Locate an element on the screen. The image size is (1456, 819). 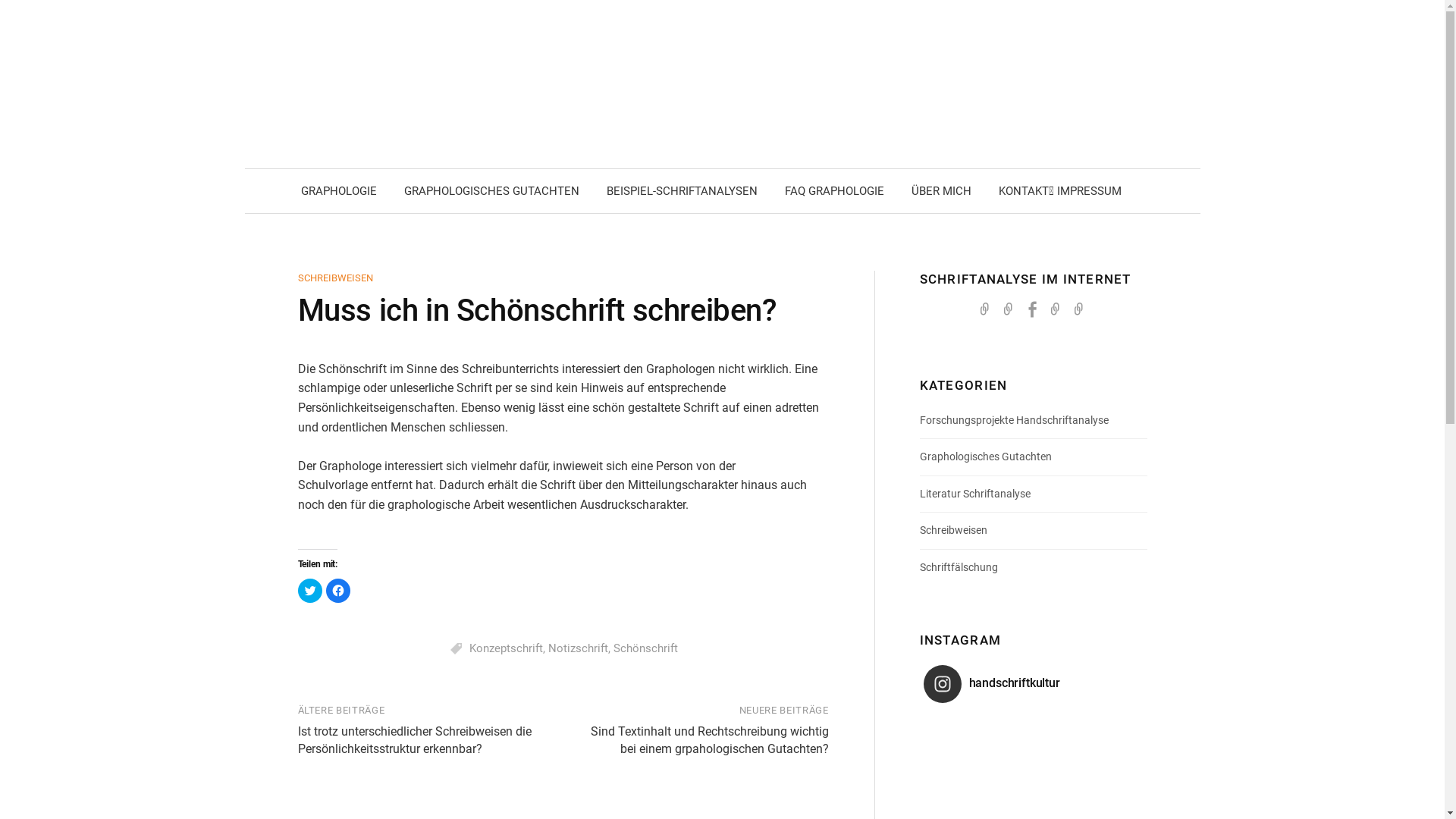
'Notizschrift' is located at coordinates (548, 648).